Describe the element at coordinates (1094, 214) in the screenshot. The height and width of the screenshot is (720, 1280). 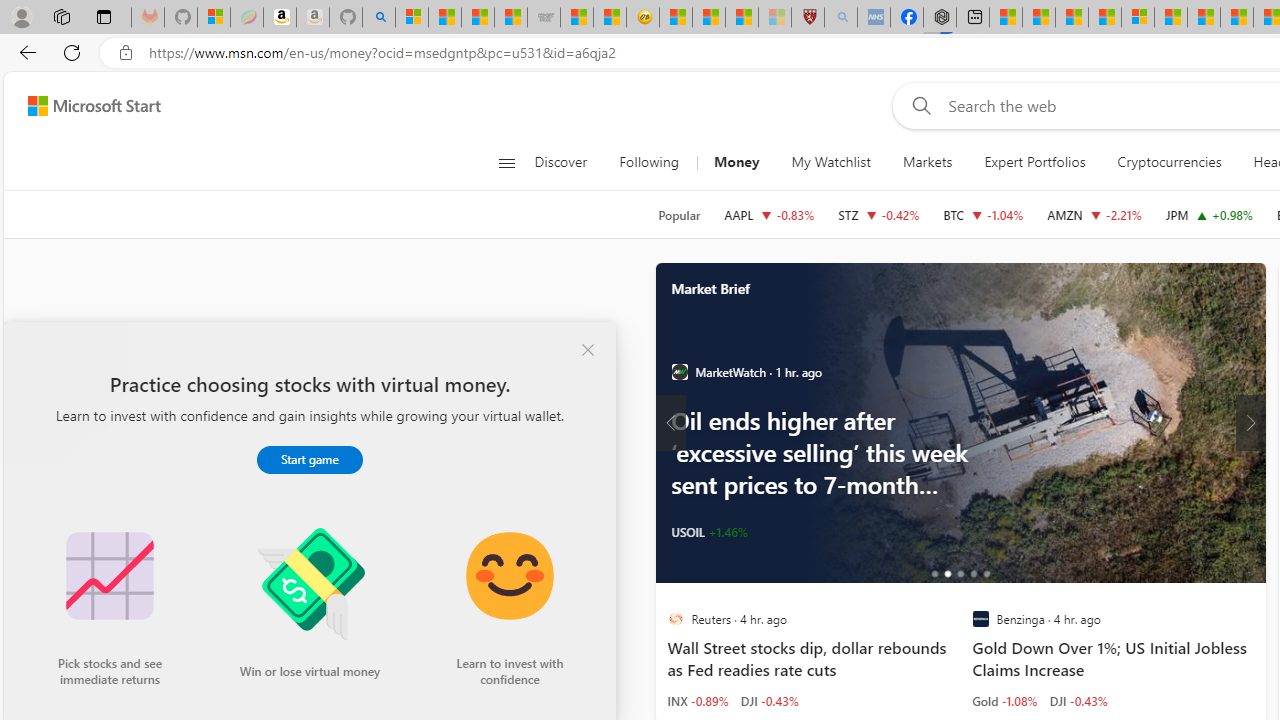
I see `'AMZN AMAZON.COM, INC. decrease 176.13 -3.98 -2.21%'` at that location.